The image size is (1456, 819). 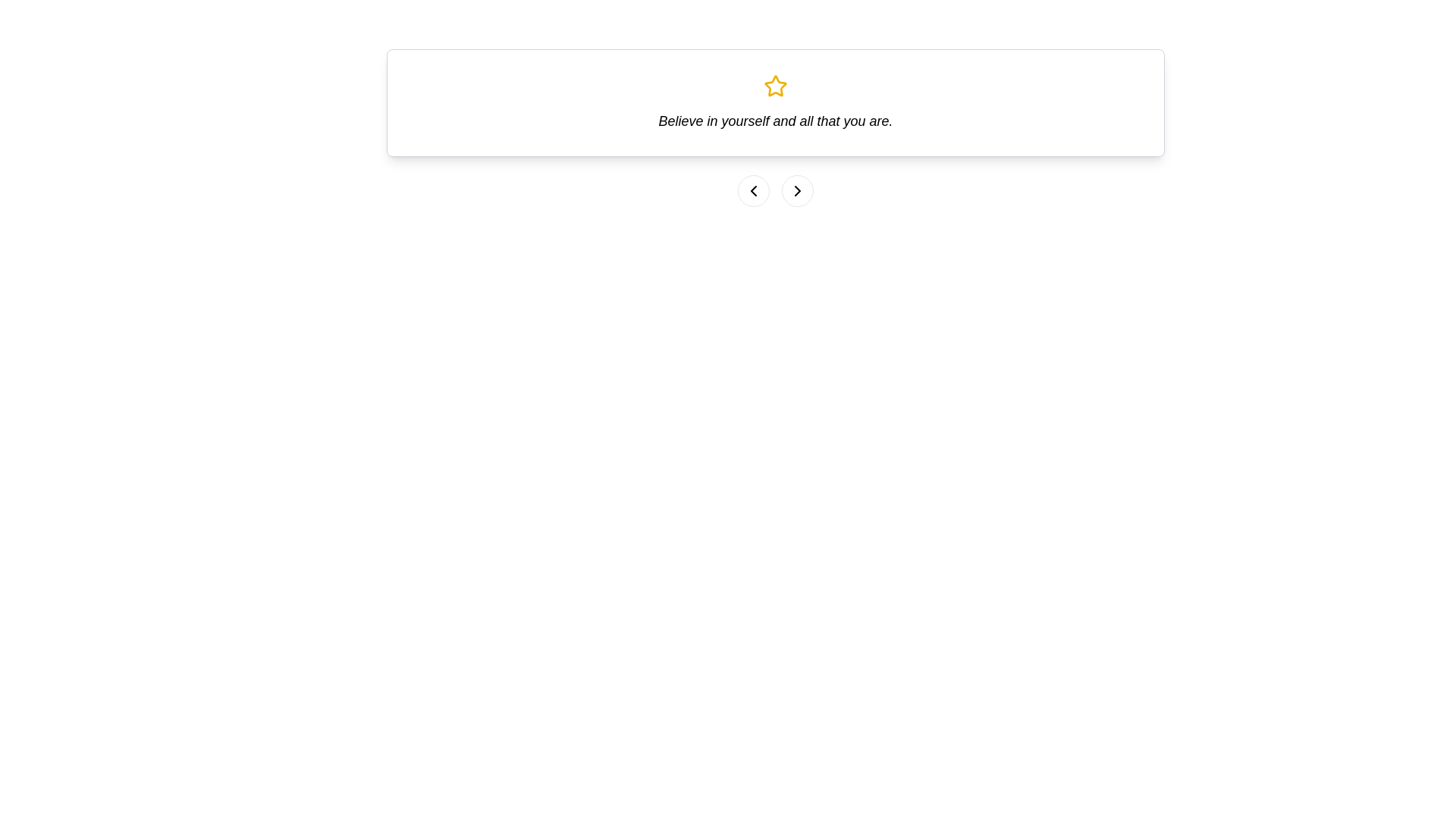 I want to click on the circular button with a left-pointing chevron icon, so click(x=753, y=190).